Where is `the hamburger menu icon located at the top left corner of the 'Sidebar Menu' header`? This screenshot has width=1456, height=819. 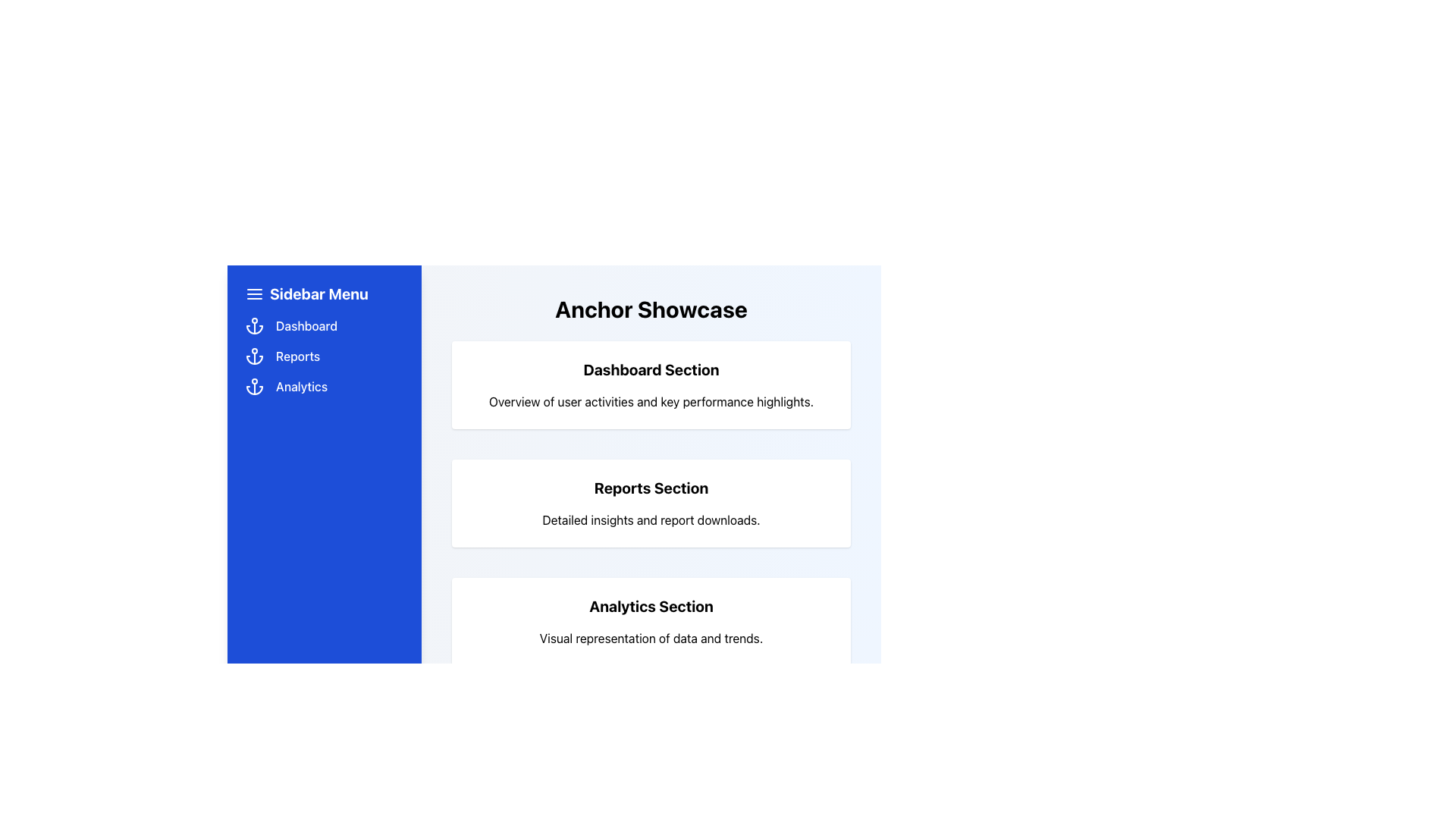
the hamburger menu icon located at the top left corner of the 'Sidebar Menu' header is located at coordinates (255, 294).